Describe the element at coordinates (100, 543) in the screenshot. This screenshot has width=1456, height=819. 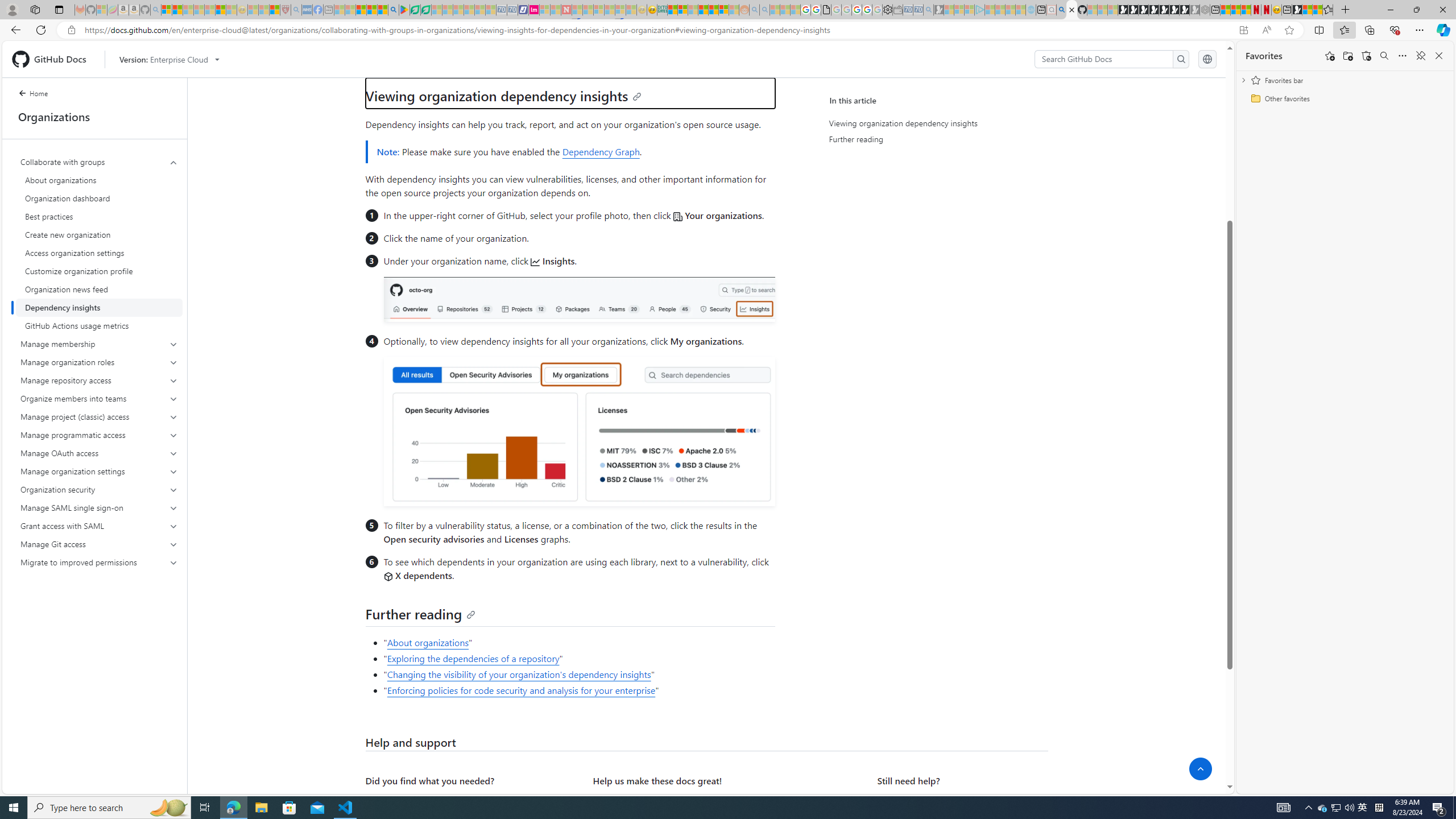
I see `'Manage Git access'` at that location.